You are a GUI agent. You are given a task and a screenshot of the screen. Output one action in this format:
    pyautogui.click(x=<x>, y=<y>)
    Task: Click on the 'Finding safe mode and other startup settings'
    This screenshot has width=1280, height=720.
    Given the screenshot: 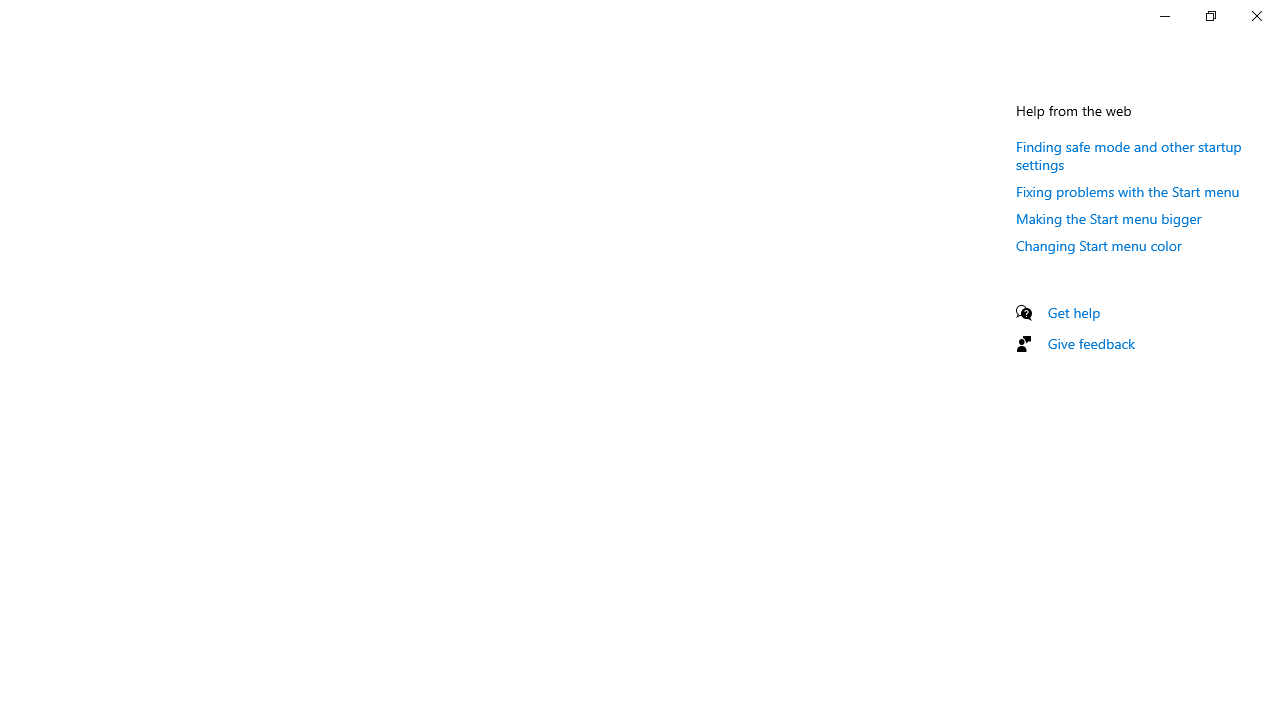 What is the action you would take?
    pyautogui.click(x=1128, y=154)
    